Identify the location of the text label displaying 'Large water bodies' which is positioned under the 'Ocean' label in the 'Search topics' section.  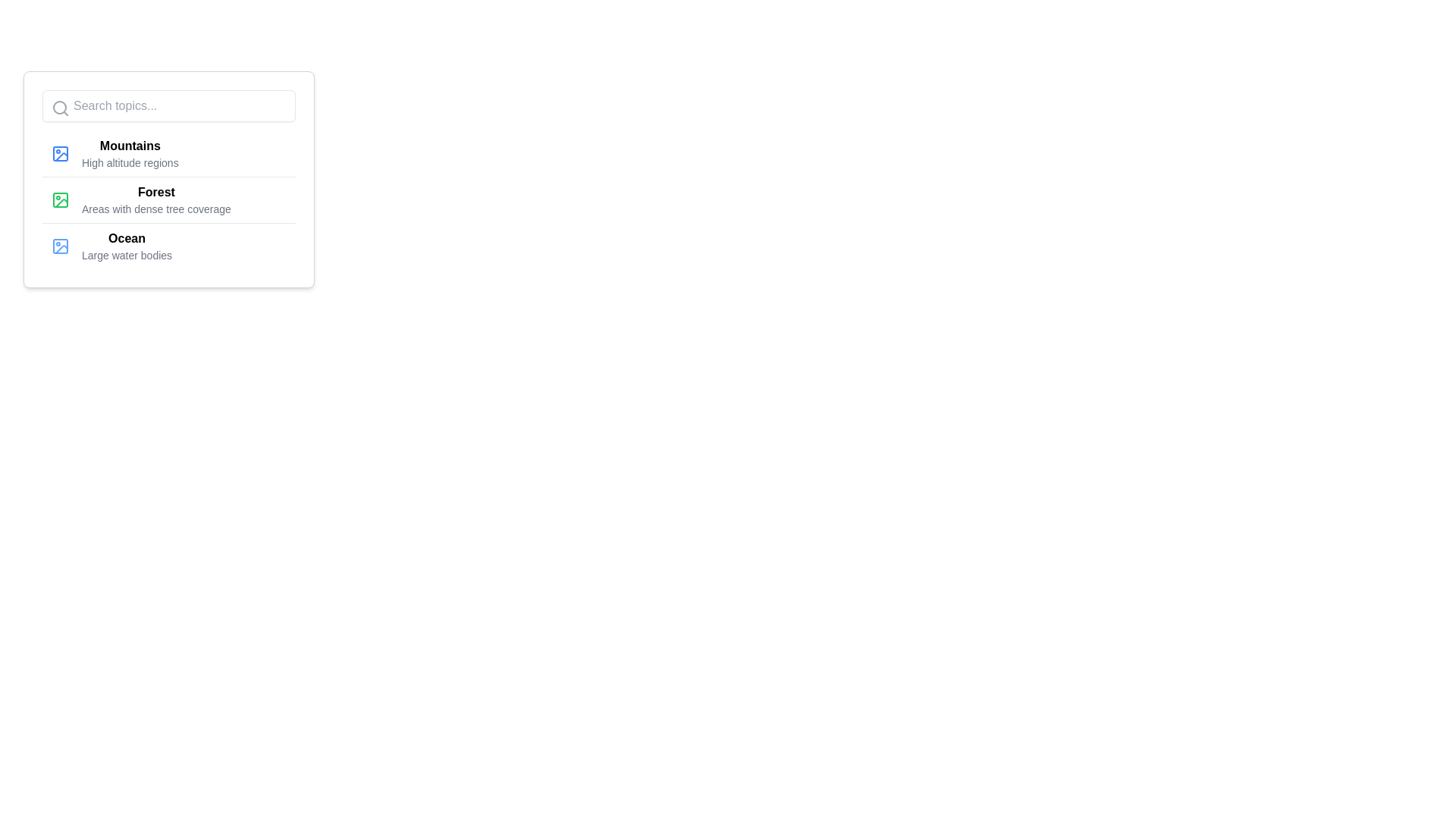
(127, 254).